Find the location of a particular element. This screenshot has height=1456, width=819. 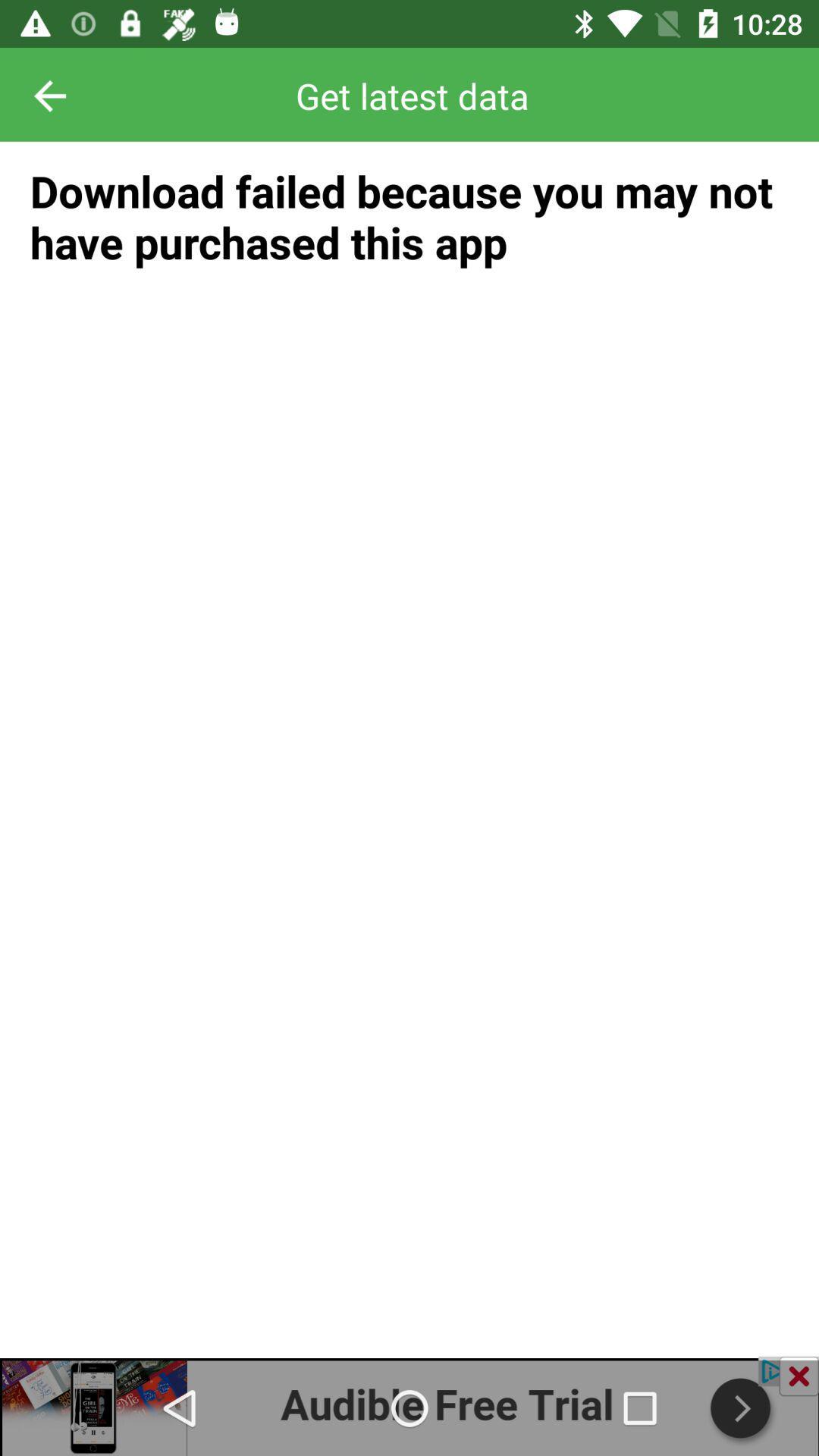

music is located at coordinates (409, 1405).